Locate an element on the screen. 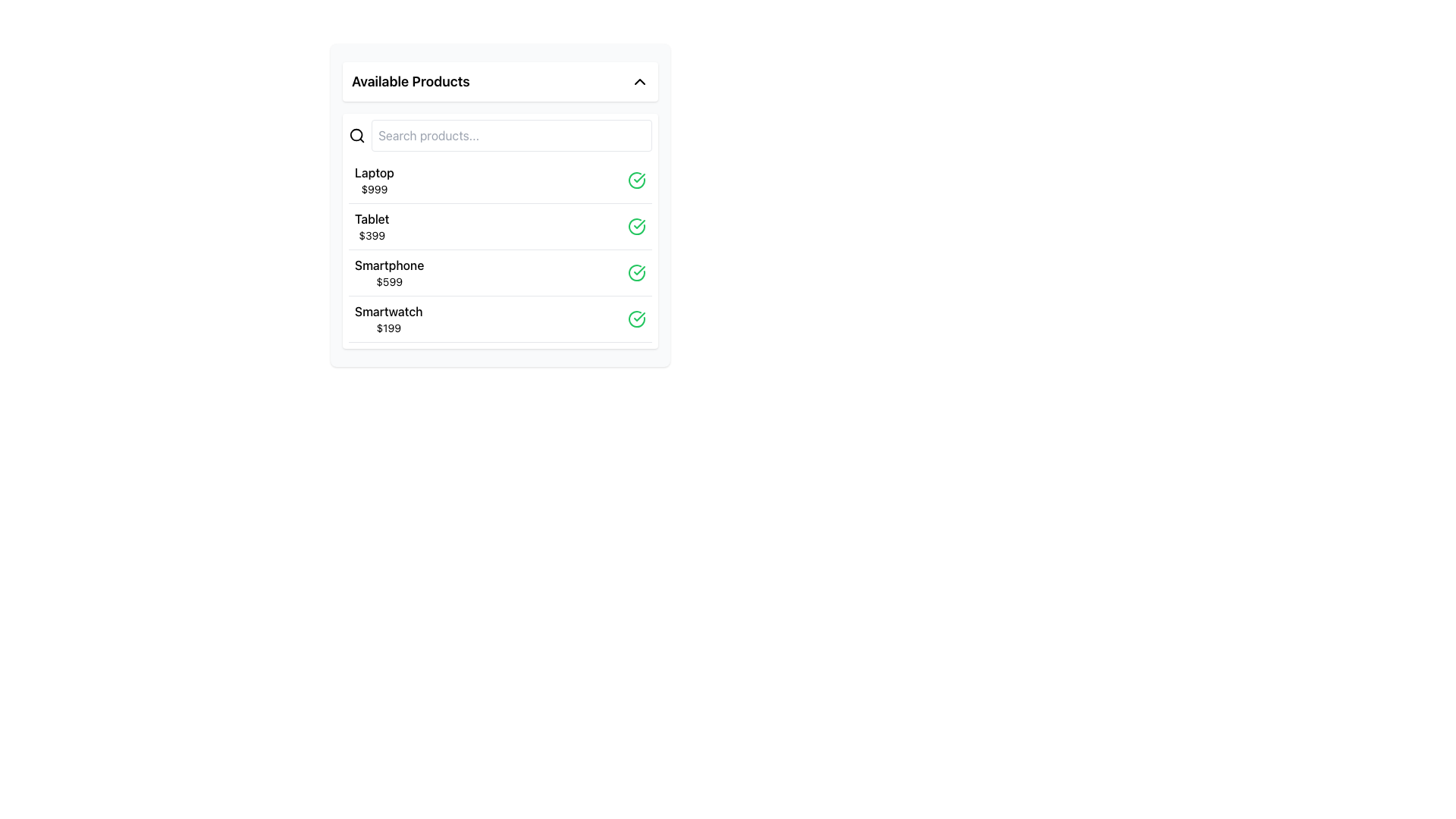  the 'Smartwatch' text element displaying the price '$199' in a vertical stack format, located as the fourth entry in the product list is located at coordinates (388, 318).